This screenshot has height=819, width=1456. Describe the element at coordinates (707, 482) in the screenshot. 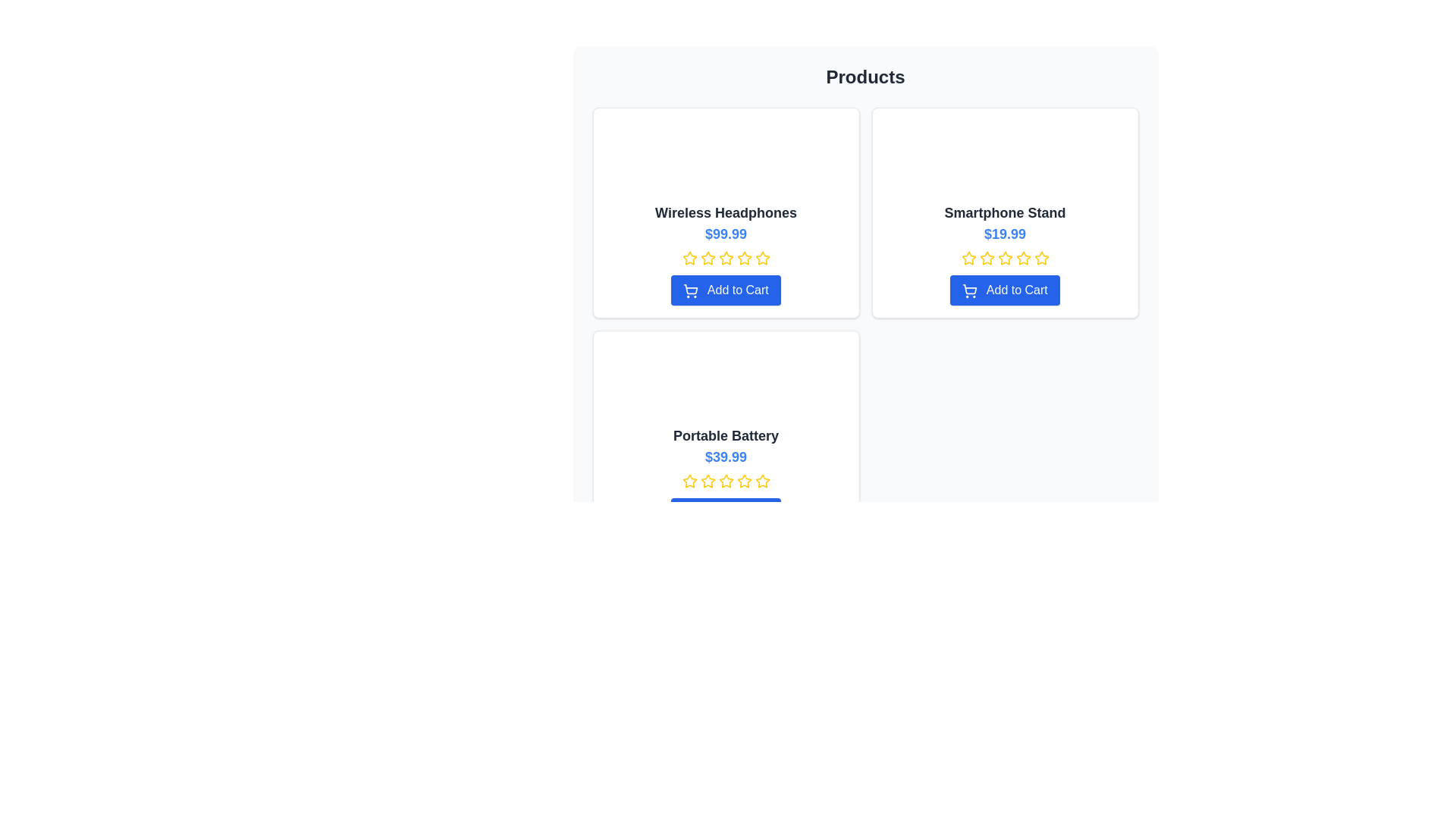

I see `the third star icon from the left in the rating indicator below the 'Portable Battery' product title and price` at that location.